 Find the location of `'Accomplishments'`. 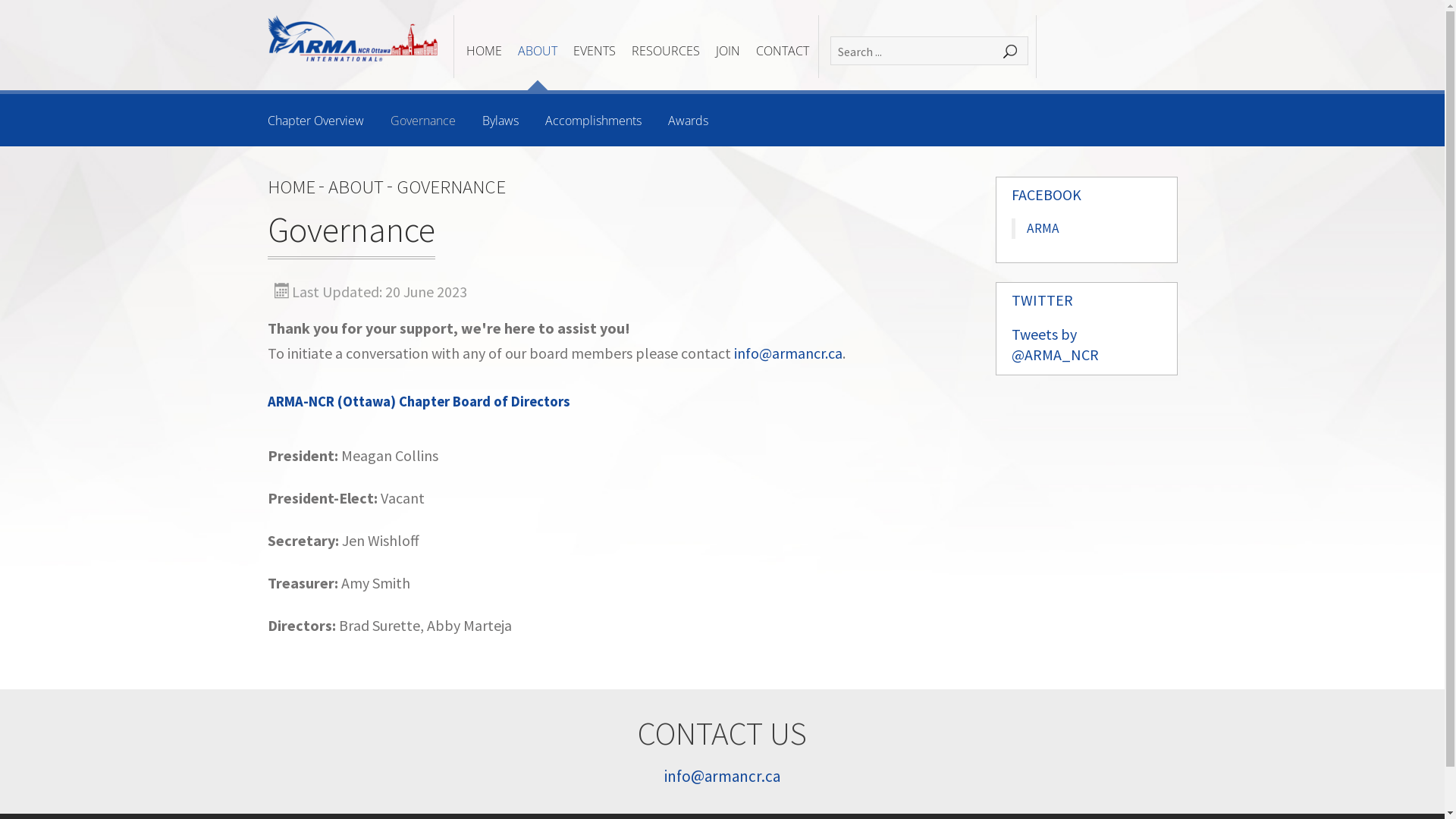

'Accomplishments' is located at coordinates (591, 119).